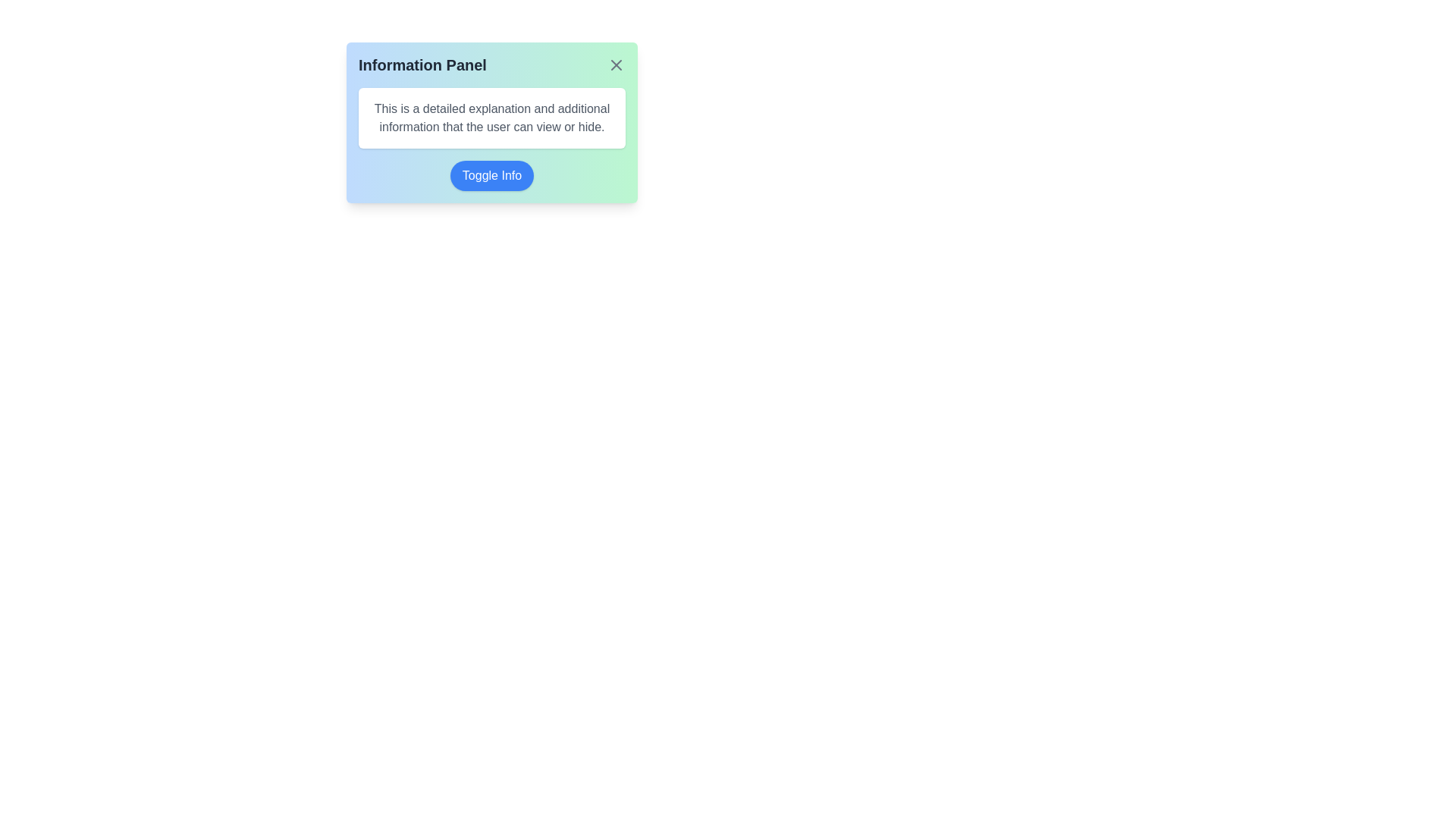 This screenshot has height=819, width=1456. I want to click on the gray text block containing 'This is a detailed explanation and additional information that the user can view or hide.', so click(491, 117).